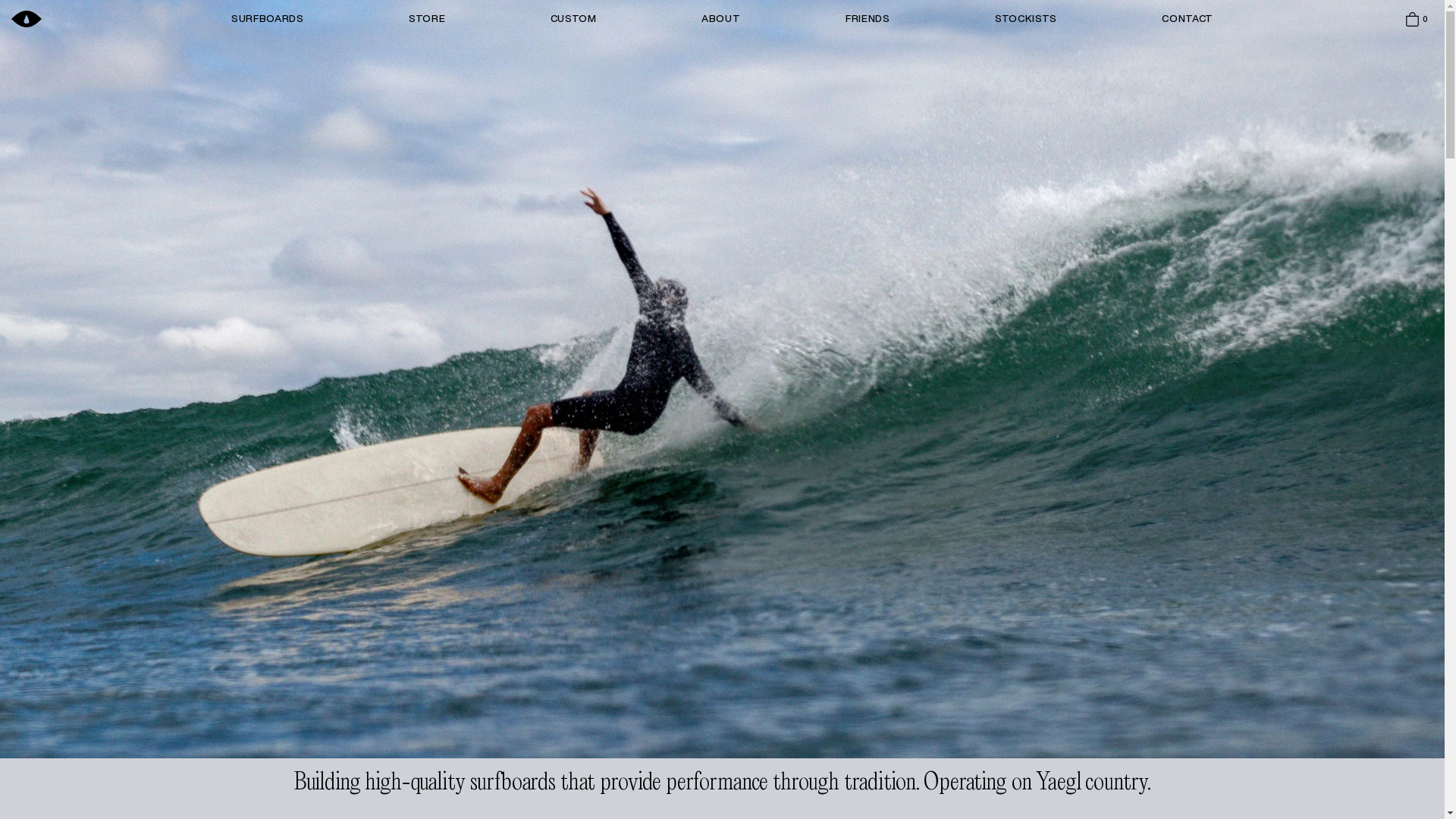  What do you see at coordinates (573, 18) in the screenshot?
I see `'CUSTOM'` at bounding box center [573, 18].